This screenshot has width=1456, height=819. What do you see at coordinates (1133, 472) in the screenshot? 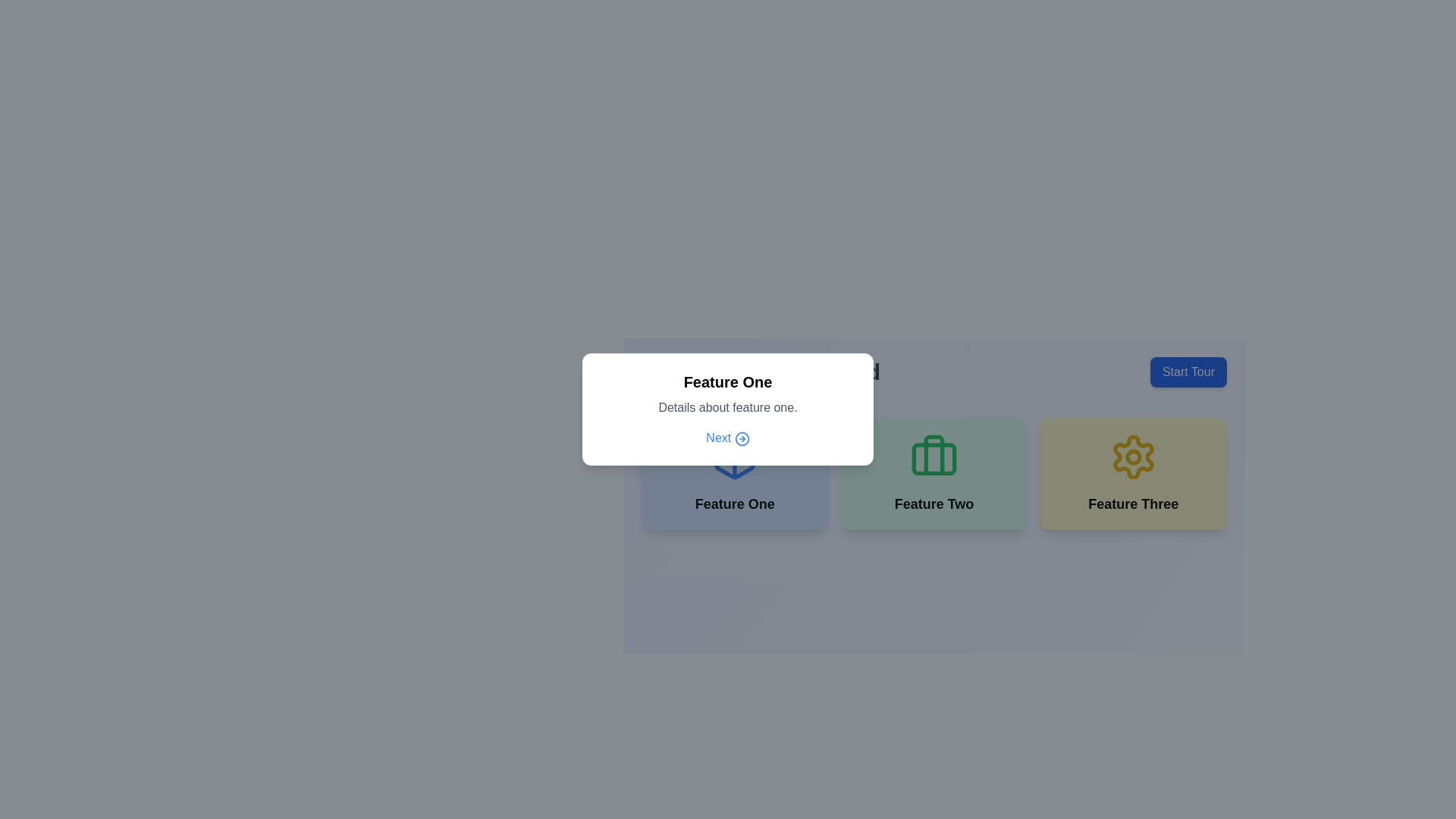
I see `title 'Feature Three' and observe its icon from the descriptive card located in the bottom-right section of the grid layout` at bounding box center [1133, 472].